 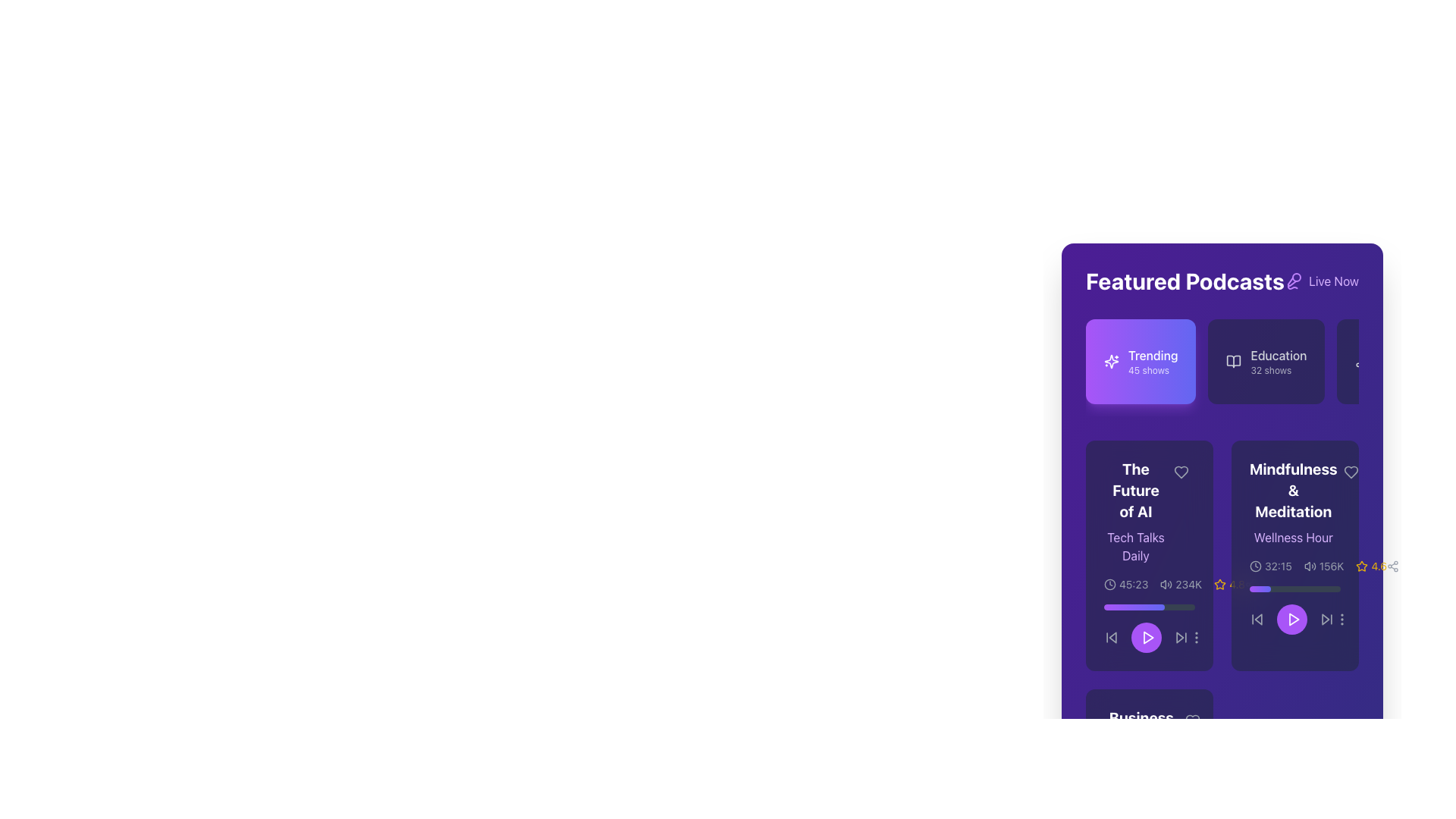 I want to click on the text block displaying 'Mindfulness & Meditation' and 'Wellness Hour' in bold white and purple fonts, located in the right column under 'Featured Podcasts', so click(x=1292, y=503).